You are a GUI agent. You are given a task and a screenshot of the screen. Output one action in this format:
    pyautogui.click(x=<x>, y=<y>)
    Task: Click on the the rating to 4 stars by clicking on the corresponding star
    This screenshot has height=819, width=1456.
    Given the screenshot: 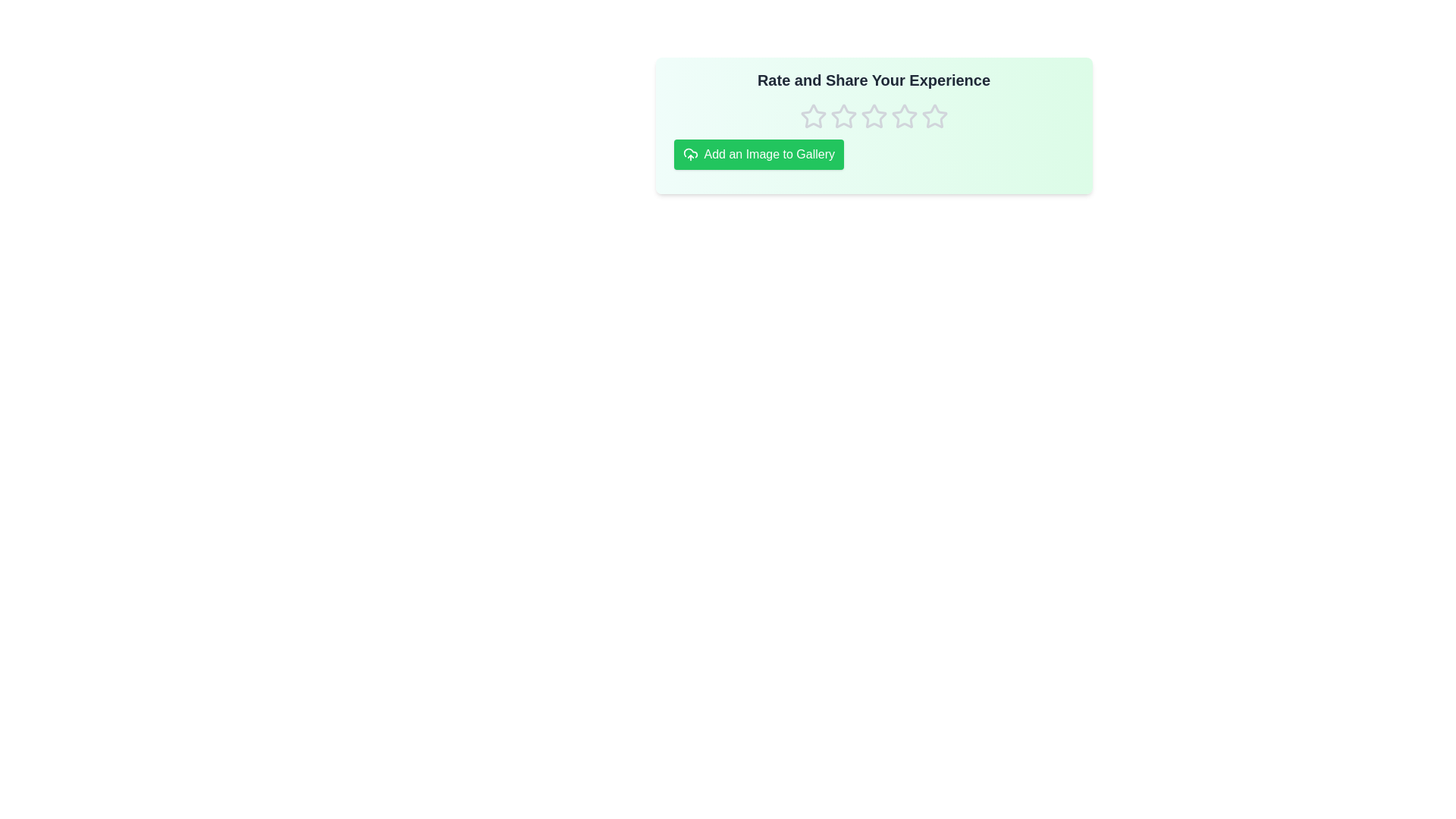 What is the action you would take?
    pyautogui.click(x=904, y=116)
    